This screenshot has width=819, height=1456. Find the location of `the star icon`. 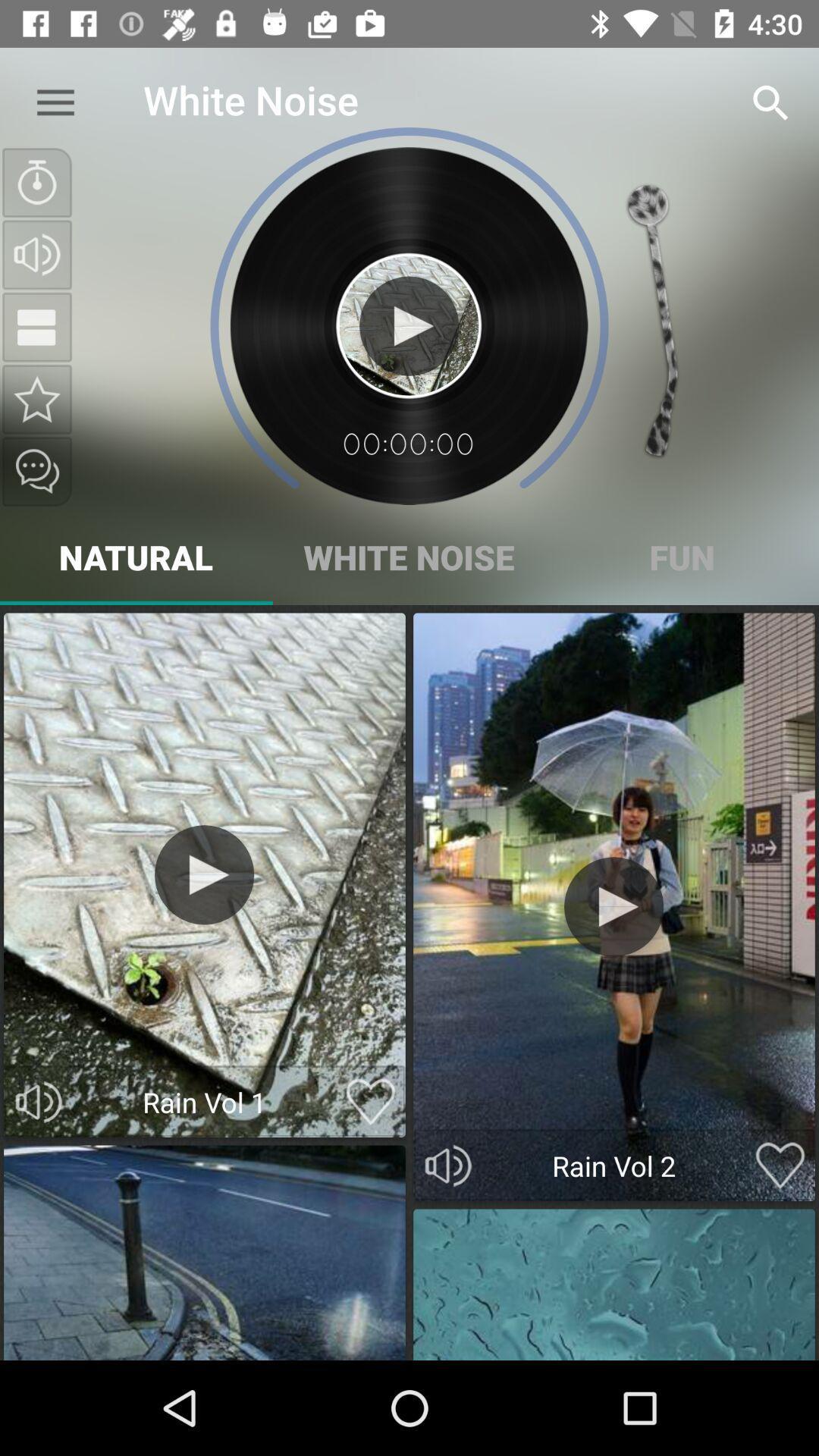

the star icon is located at coordinates (36, 399).